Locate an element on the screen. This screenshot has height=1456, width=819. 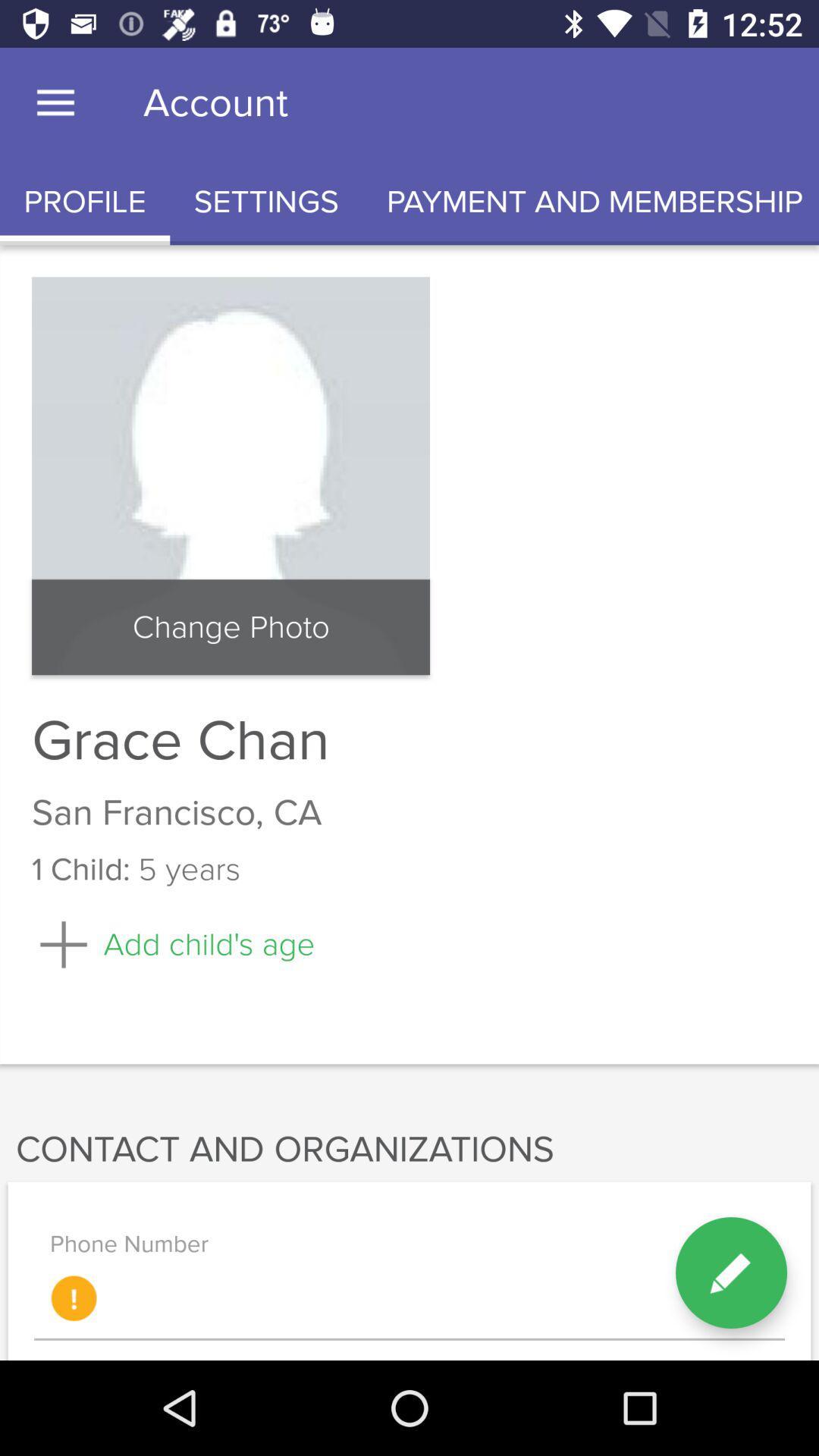
profile icon is located at coordinates (85, 201).